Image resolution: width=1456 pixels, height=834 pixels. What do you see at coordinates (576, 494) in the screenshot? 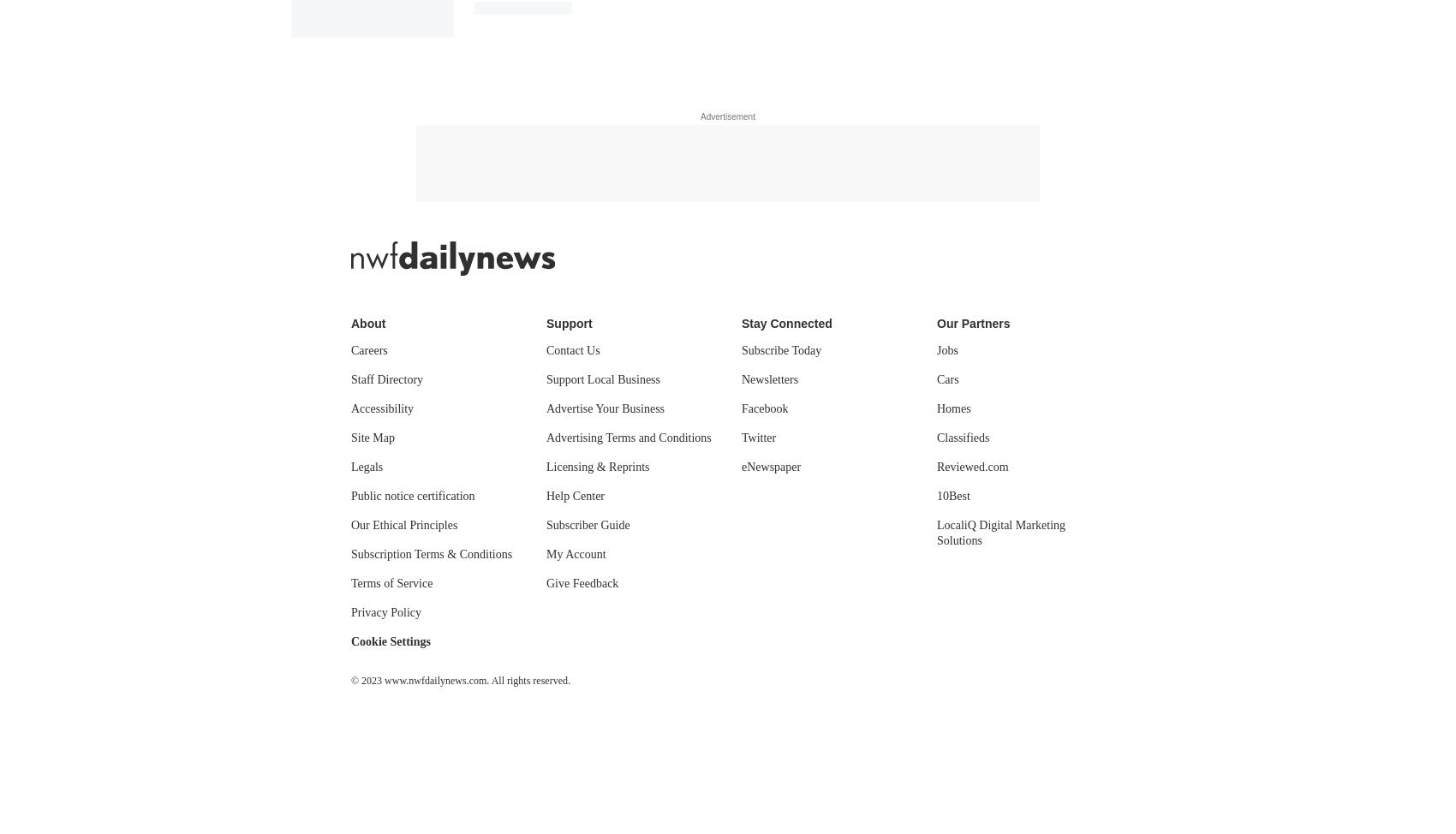
I see `'Help Center'` at bounding box center [576, 494].